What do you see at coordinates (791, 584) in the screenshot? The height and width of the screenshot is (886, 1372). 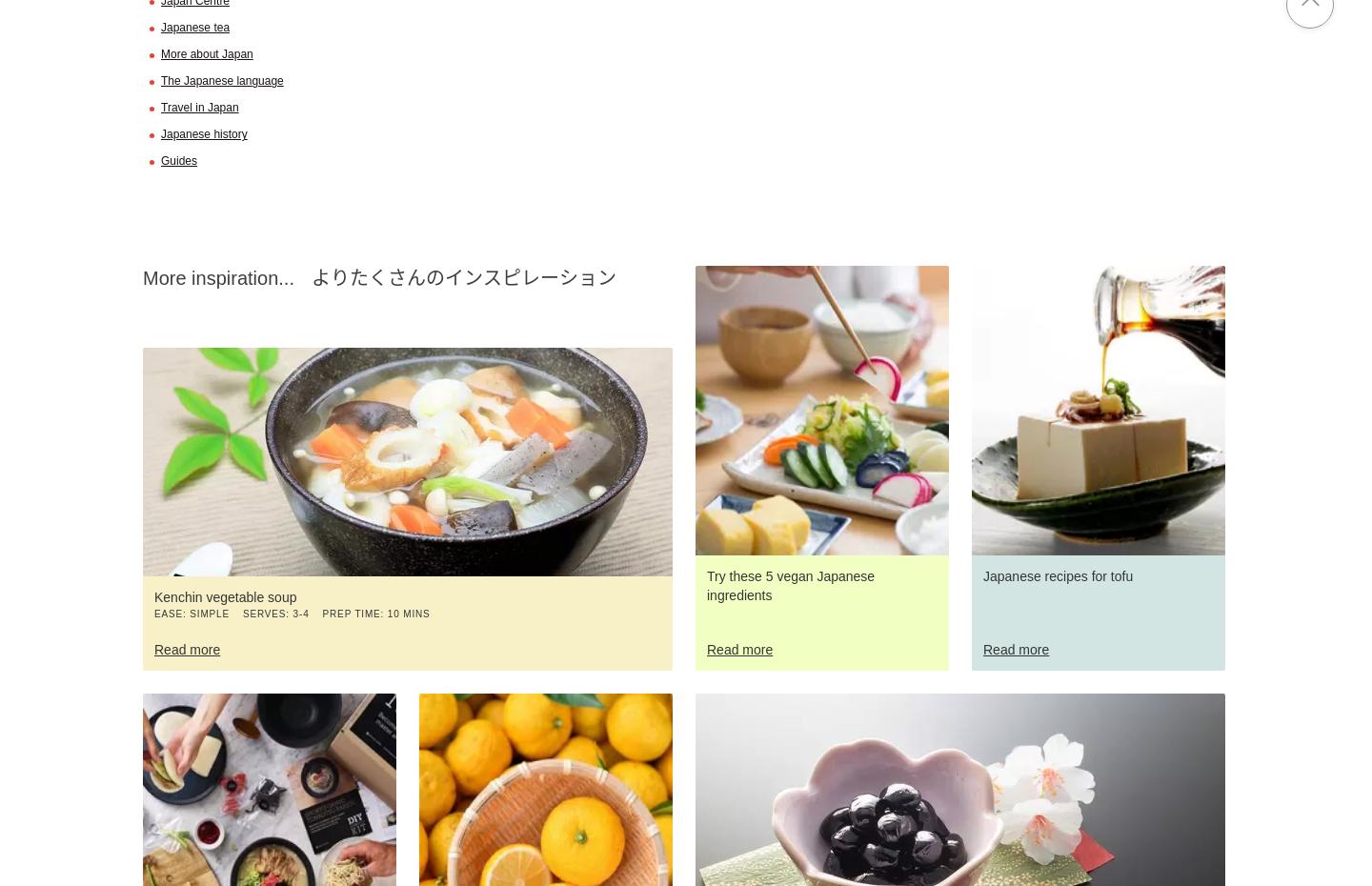 I see `'Try these 5 vegan Japanese ingredients'` at bounding box center [791, 584].